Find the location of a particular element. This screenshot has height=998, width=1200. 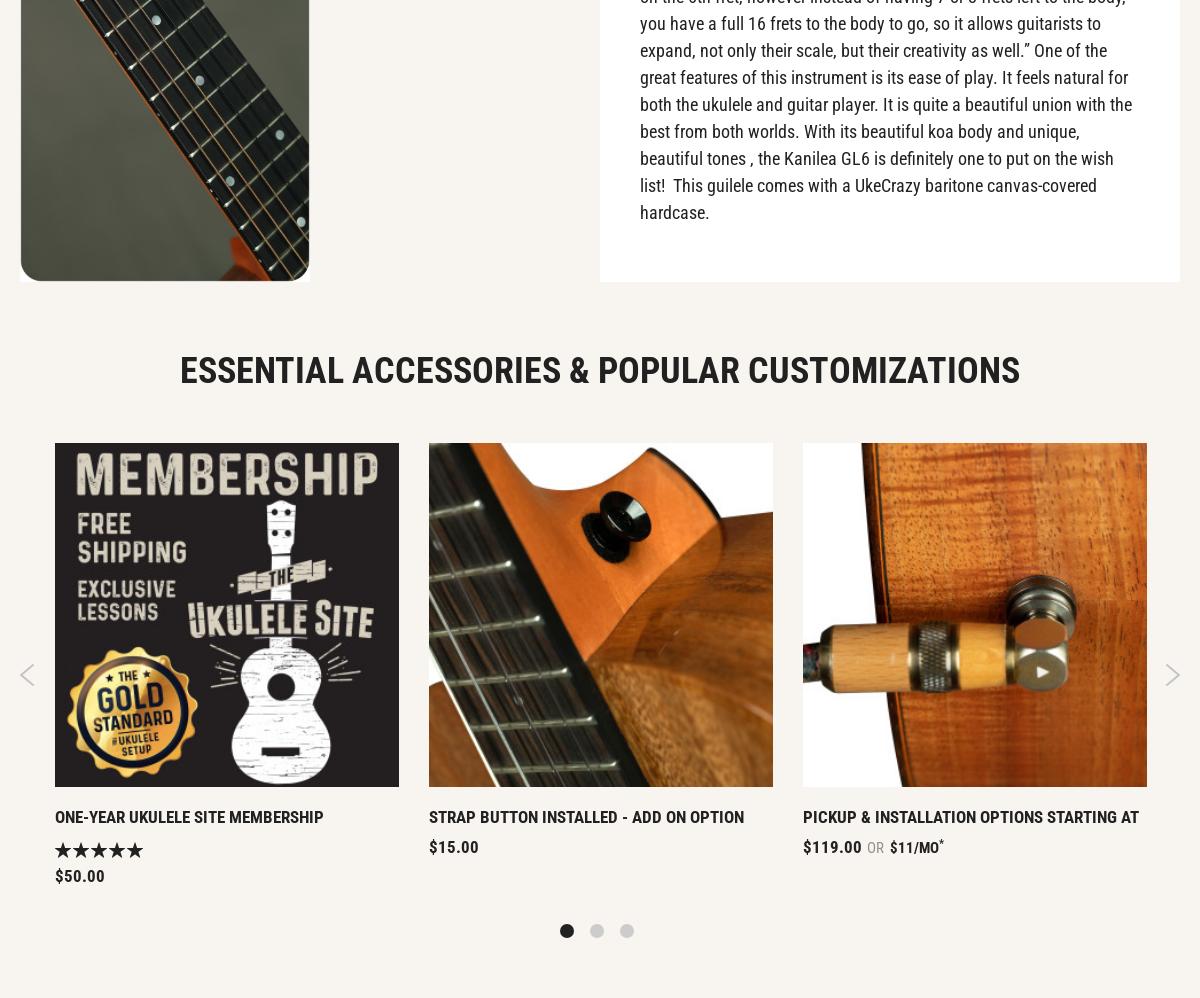

'Contact Us' is located at coordinates (999, 186).